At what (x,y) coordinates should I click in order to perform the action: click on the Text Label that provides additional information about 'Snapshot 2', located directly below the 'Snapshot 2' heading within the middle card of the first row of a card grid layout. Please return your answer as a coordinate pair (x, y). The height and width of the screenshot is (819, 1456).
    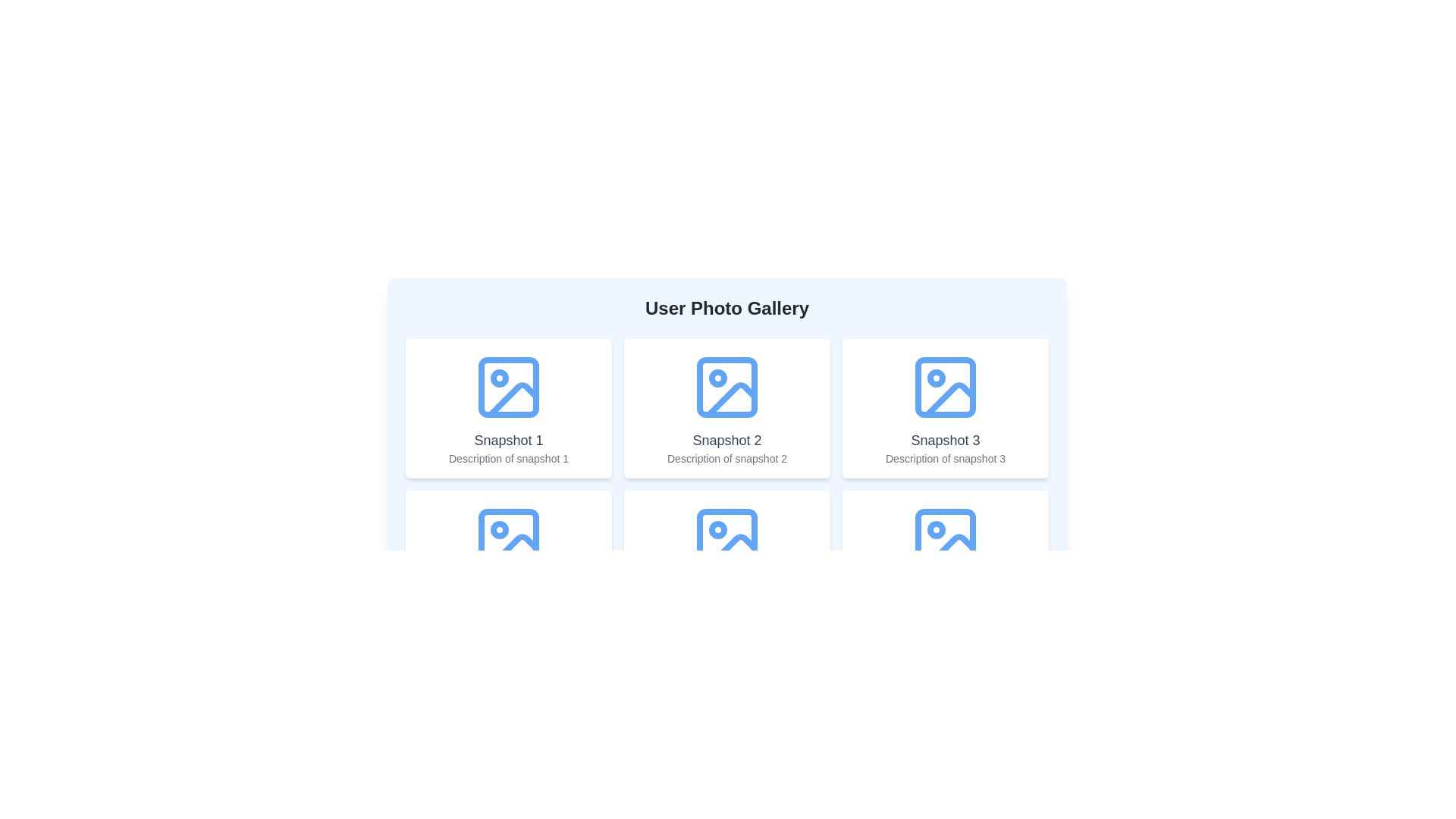
    Looking at the image, I should click on (726, 458).